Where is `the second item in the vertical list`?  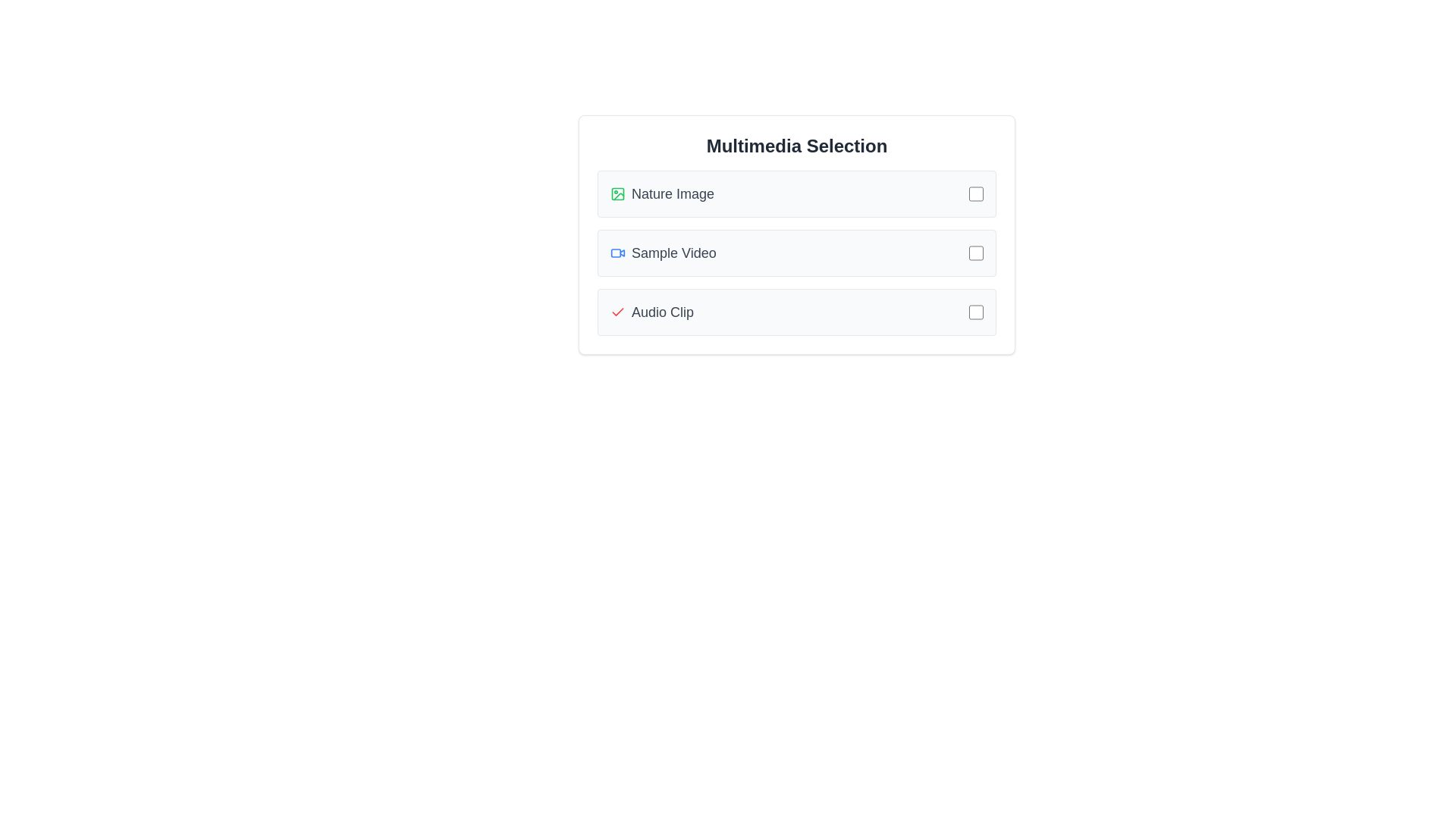
the second item in the vertical list is located at coordinates (796, 253).